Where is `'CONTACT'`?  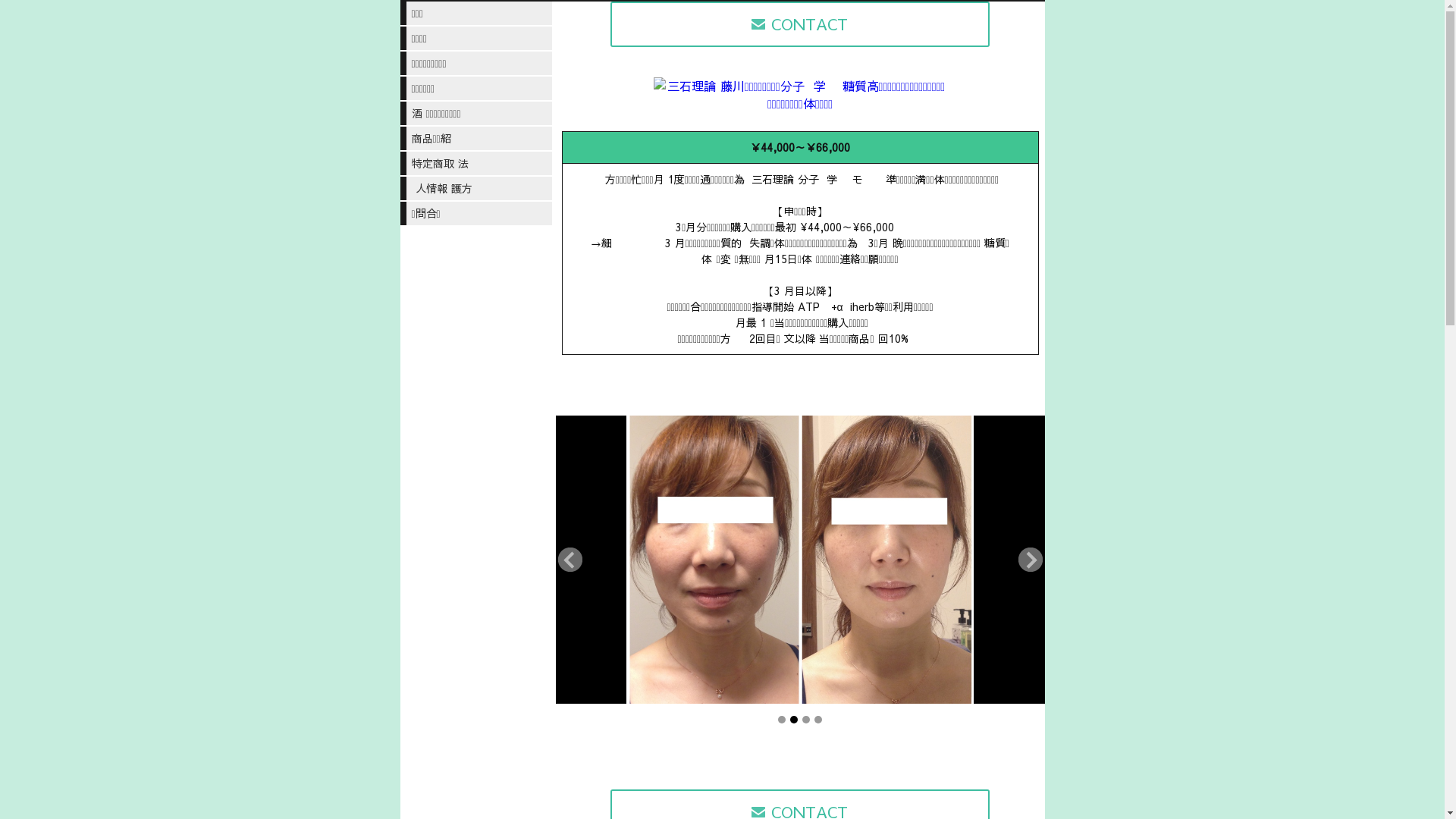 'CONTACT' is located at coordinates (610, 24).